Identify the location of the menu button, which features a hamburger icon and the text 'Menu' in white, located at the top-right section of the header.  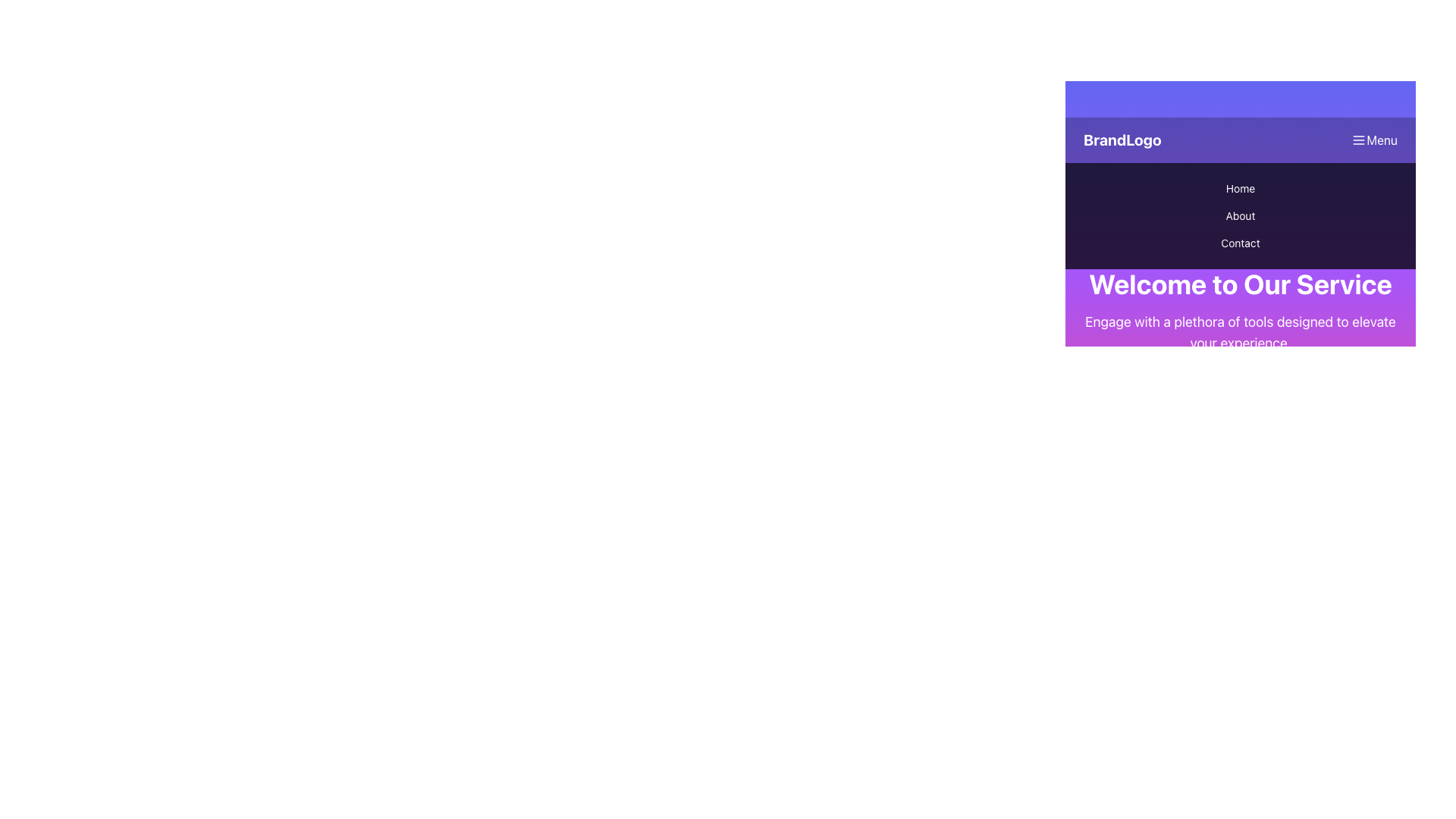
(1374, 140).